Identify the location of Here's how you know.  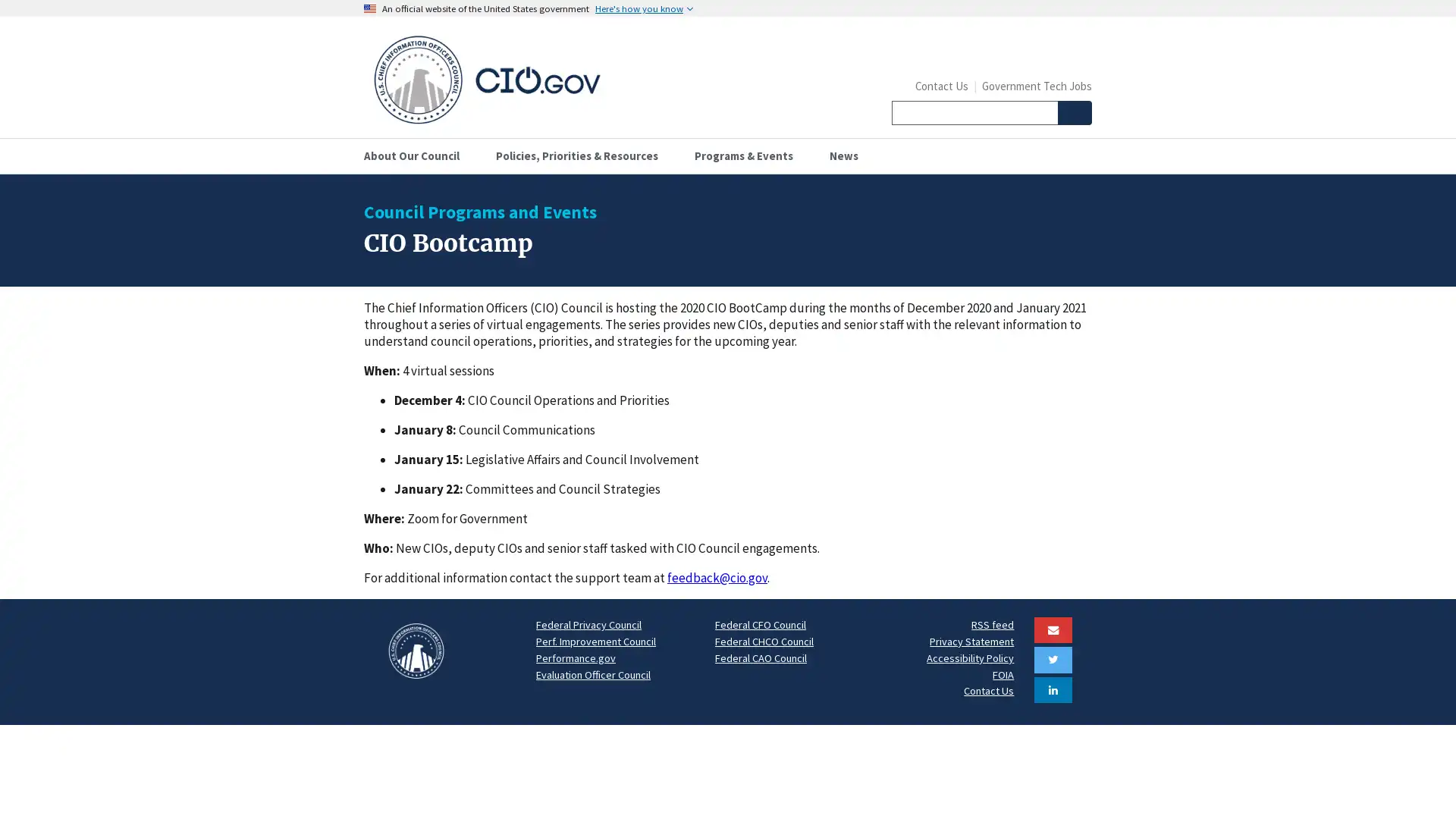
(644, 8).